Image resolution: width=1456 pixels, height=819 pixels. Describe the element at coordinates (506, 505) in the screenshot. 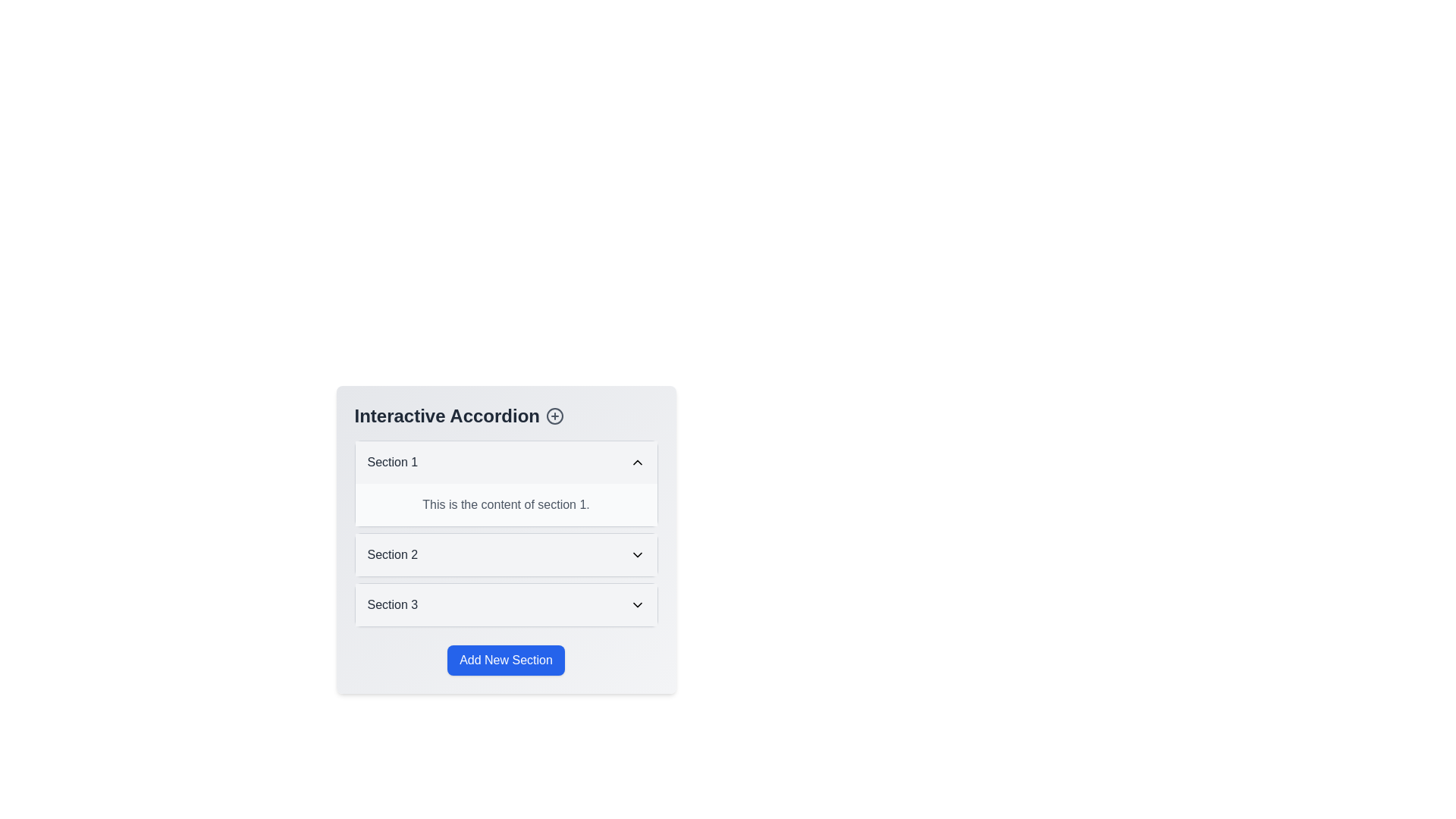

I see `the text label displaying 'This is the content of section 1.' within the expanded area of Section 1 in the accordion interface` at that location.